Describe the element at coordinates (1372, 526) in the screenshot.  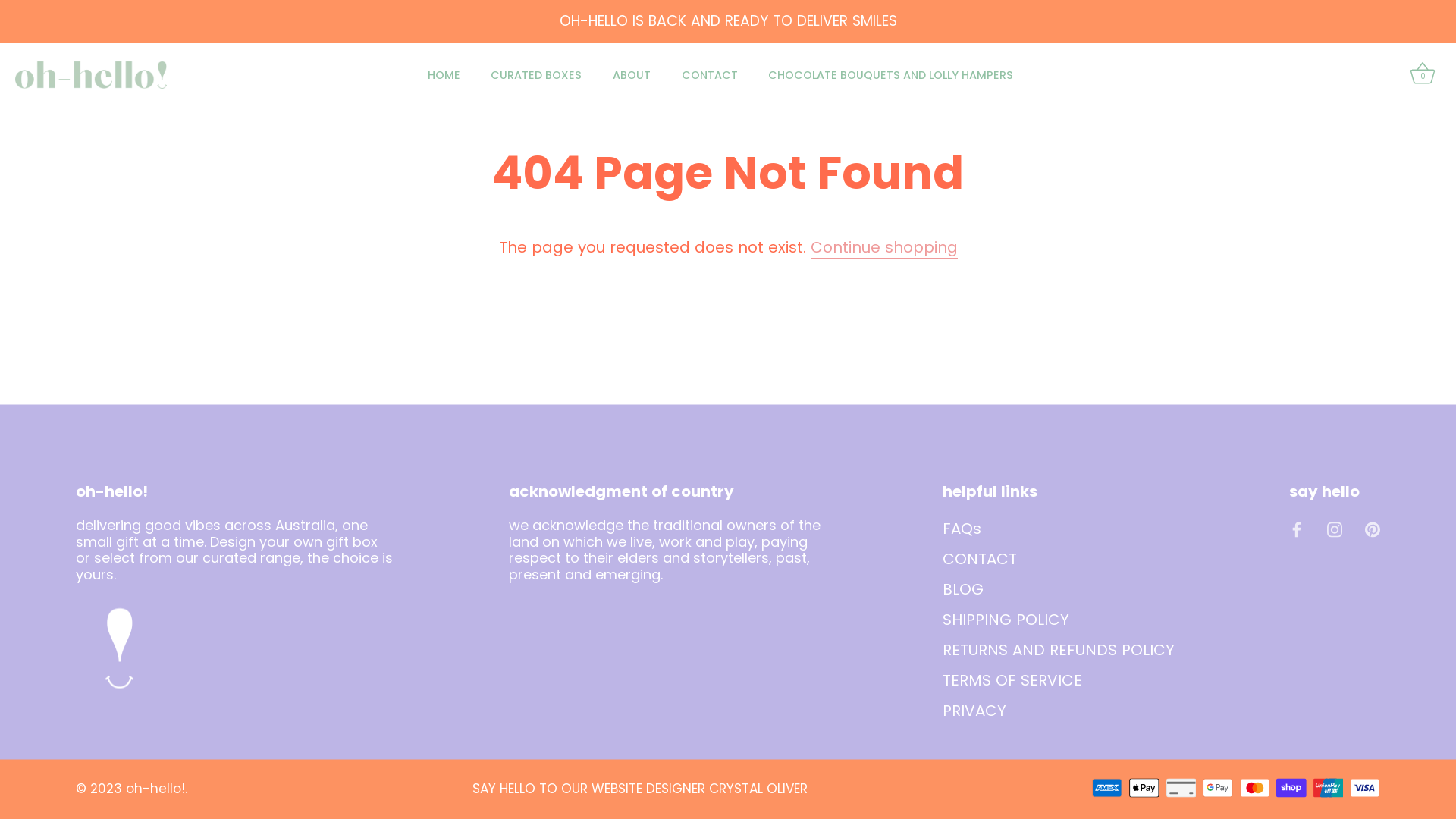
I see `'Pinterest'` at that location.